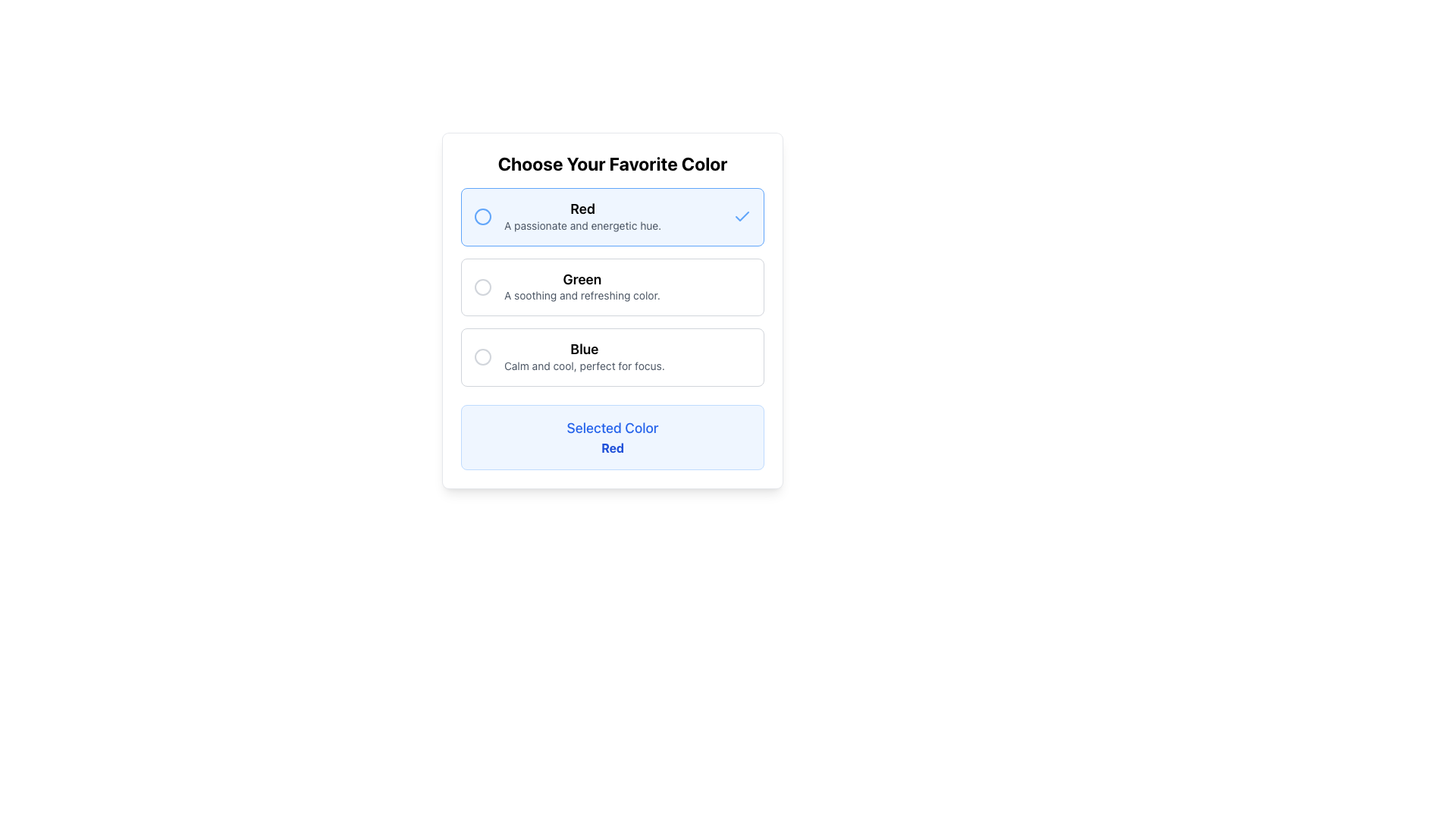 The width and height of the screenshot is (1456, 819). What do you see at coordinates (482, 216) in the screenshot?
I see `the hollow blue circular SVG element next to the 'Red' option in the selection card interface` at bounding box center [482, 216].